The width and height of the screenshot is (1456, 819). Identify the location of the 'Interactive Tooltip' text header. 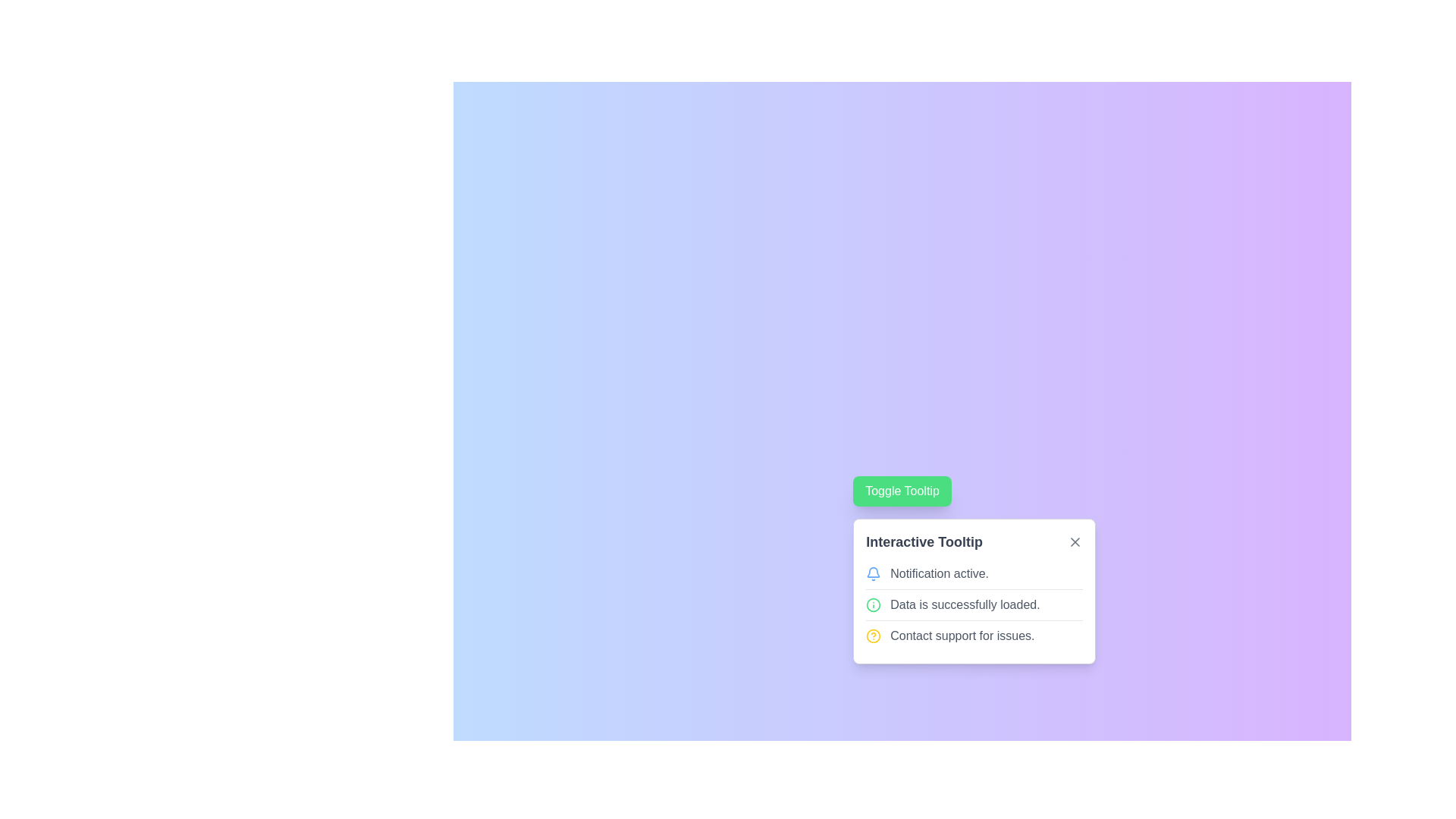
(974, 541).